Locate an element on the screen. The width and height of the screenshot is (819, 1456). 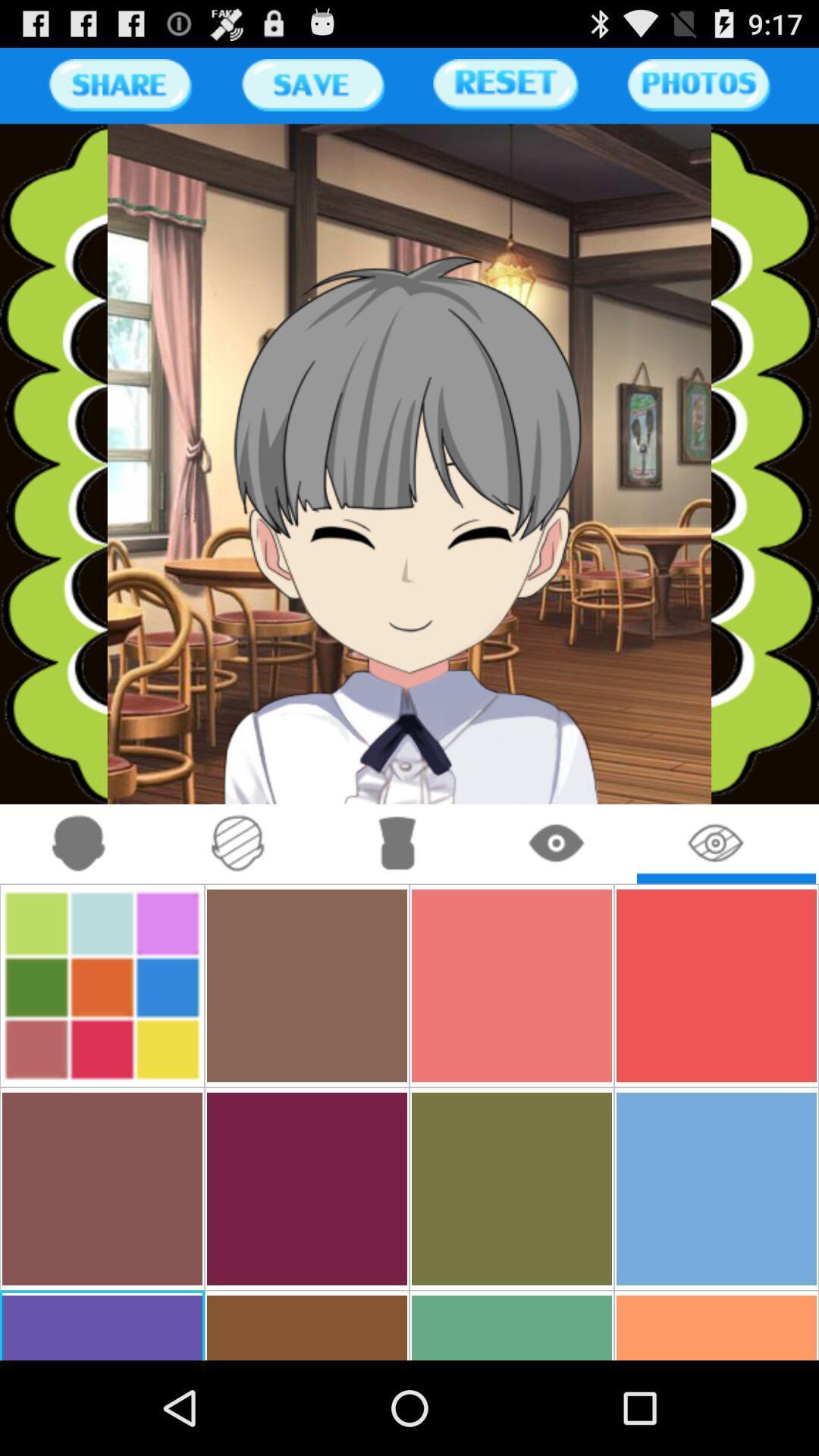
reset the app start over is located at coordinates (506, 84).